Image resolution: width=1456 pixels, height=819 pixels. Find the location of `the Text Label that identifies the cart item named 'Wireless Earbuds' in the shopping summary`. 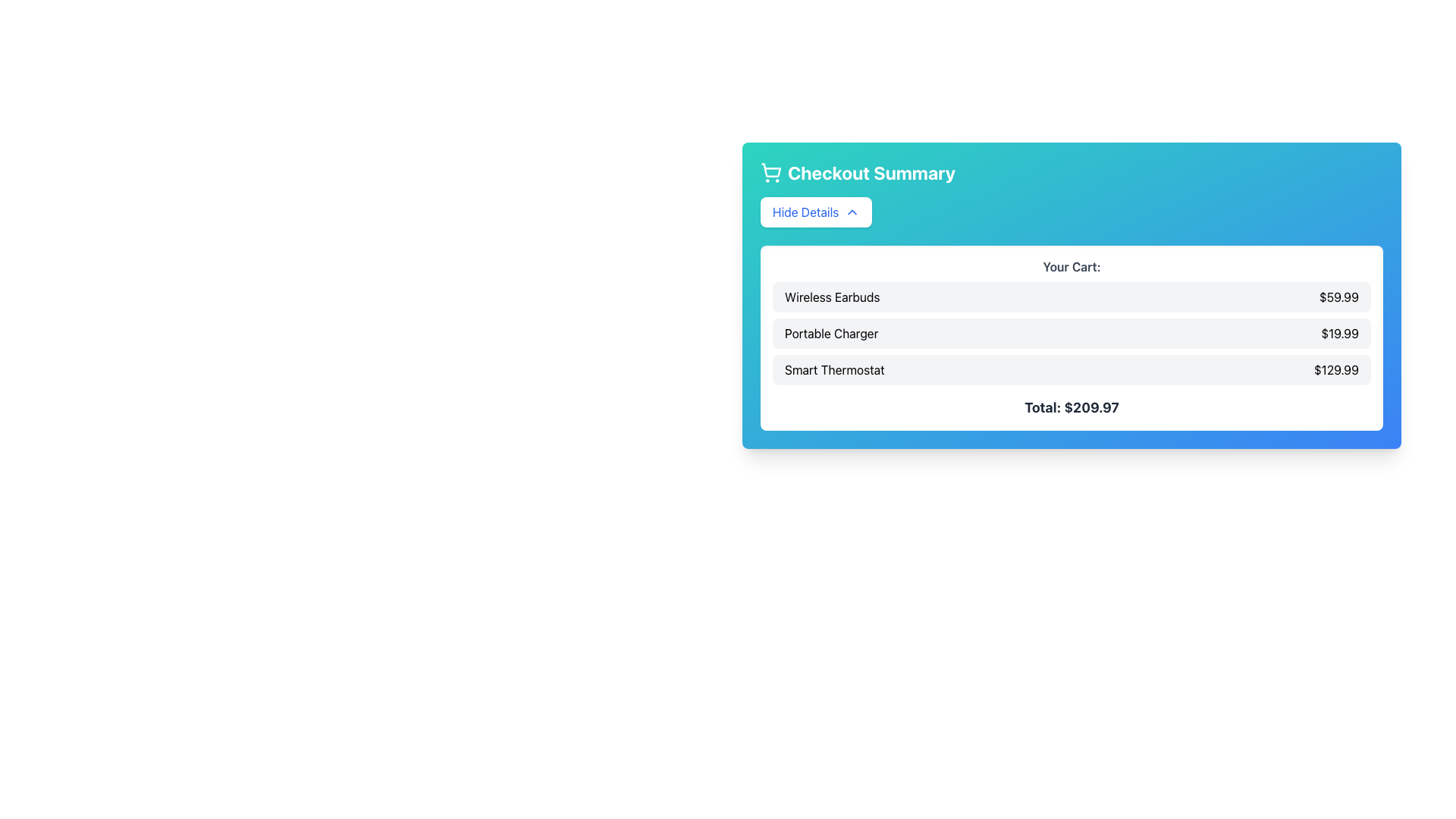

the Text Label that identifies the cart item named 'Wireless Earbuds' in the shopping summary is located at coordinates (831, 297).